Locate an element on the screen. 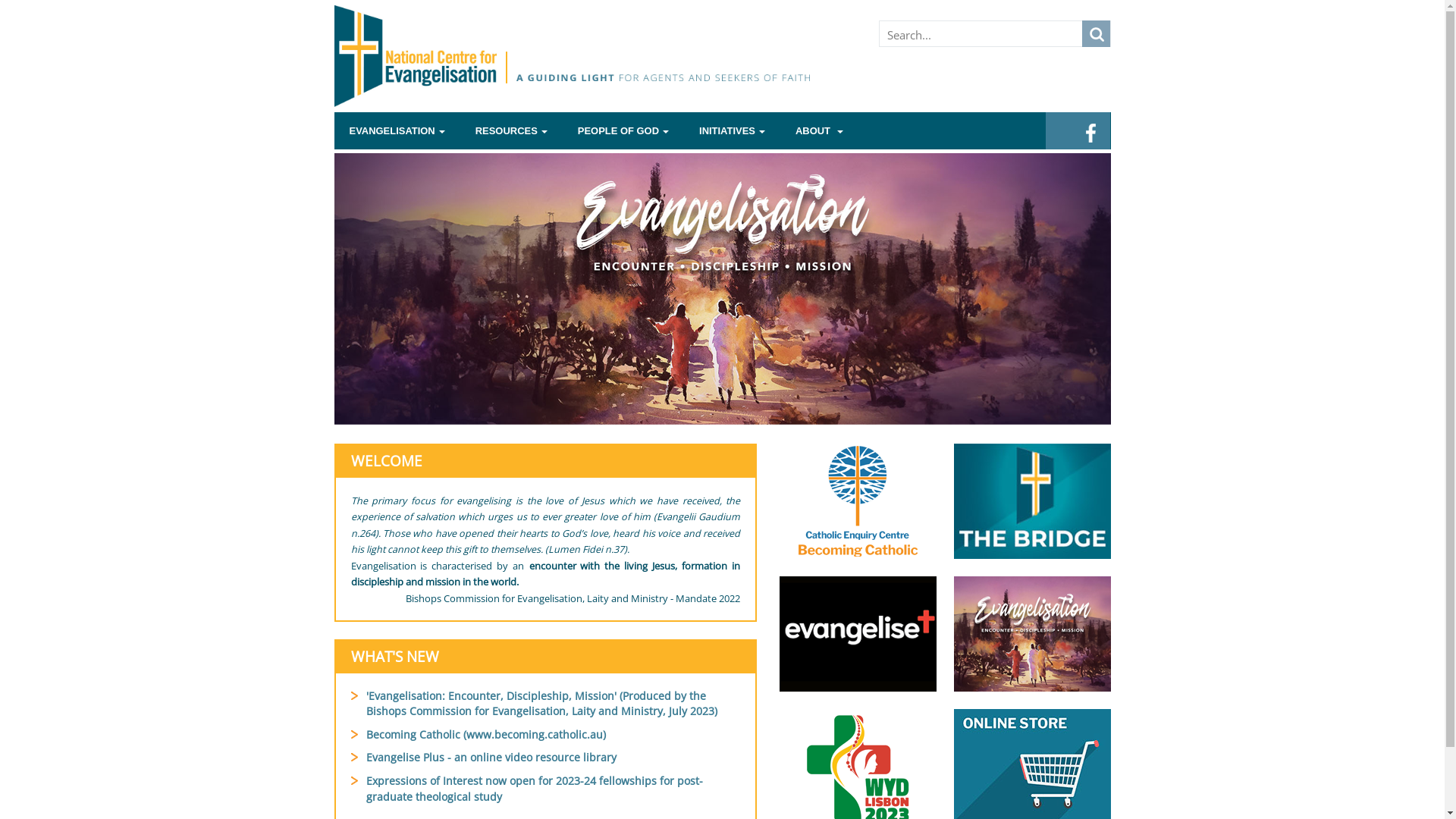 Image resolution: width=1456 pixels, height=819 pixels. 'SEARCH' is located at coordinates (1095, 33).